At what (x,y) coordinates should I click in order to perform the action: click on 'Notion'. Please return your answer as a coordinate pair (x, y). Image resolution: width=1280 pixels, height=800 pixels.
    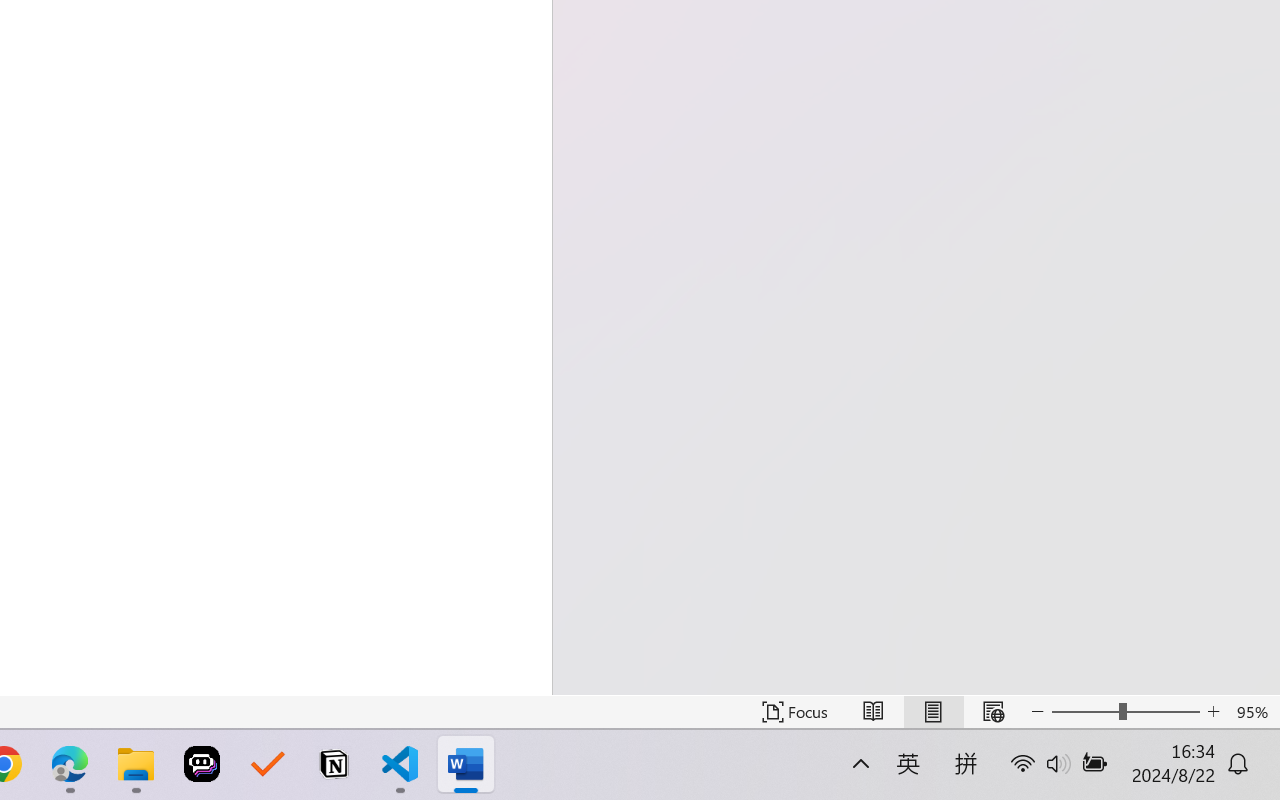
    Looking at the image, I should click on (334, 764).